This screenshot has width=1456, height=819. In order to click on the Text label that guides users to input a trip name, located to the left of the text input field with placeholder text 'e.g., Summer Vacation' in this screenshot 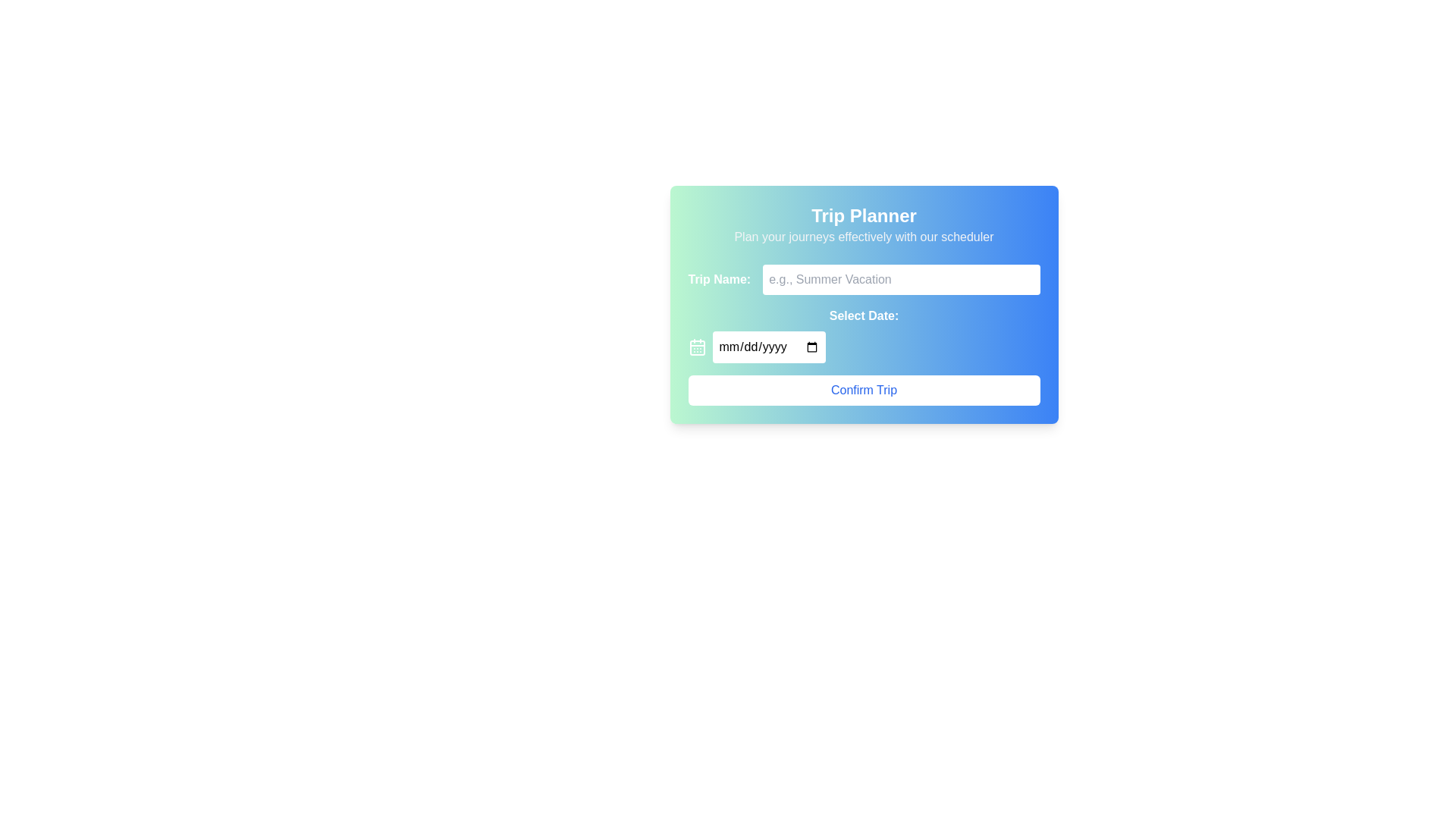, I will do `click(718, 280)`.